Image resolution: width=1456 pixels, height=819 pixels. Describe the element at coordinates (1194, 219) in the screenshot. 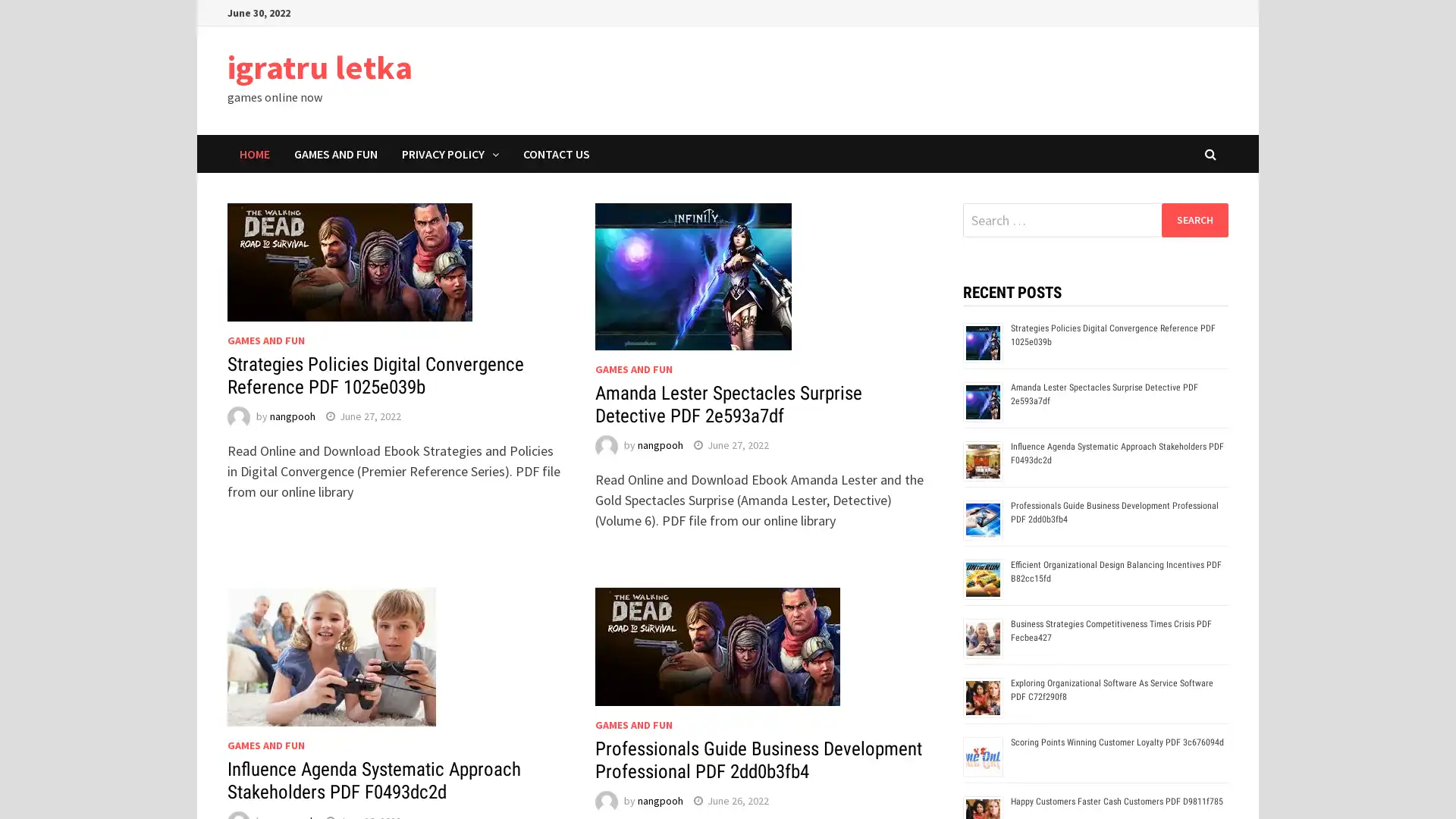

I see `Search` at that location.